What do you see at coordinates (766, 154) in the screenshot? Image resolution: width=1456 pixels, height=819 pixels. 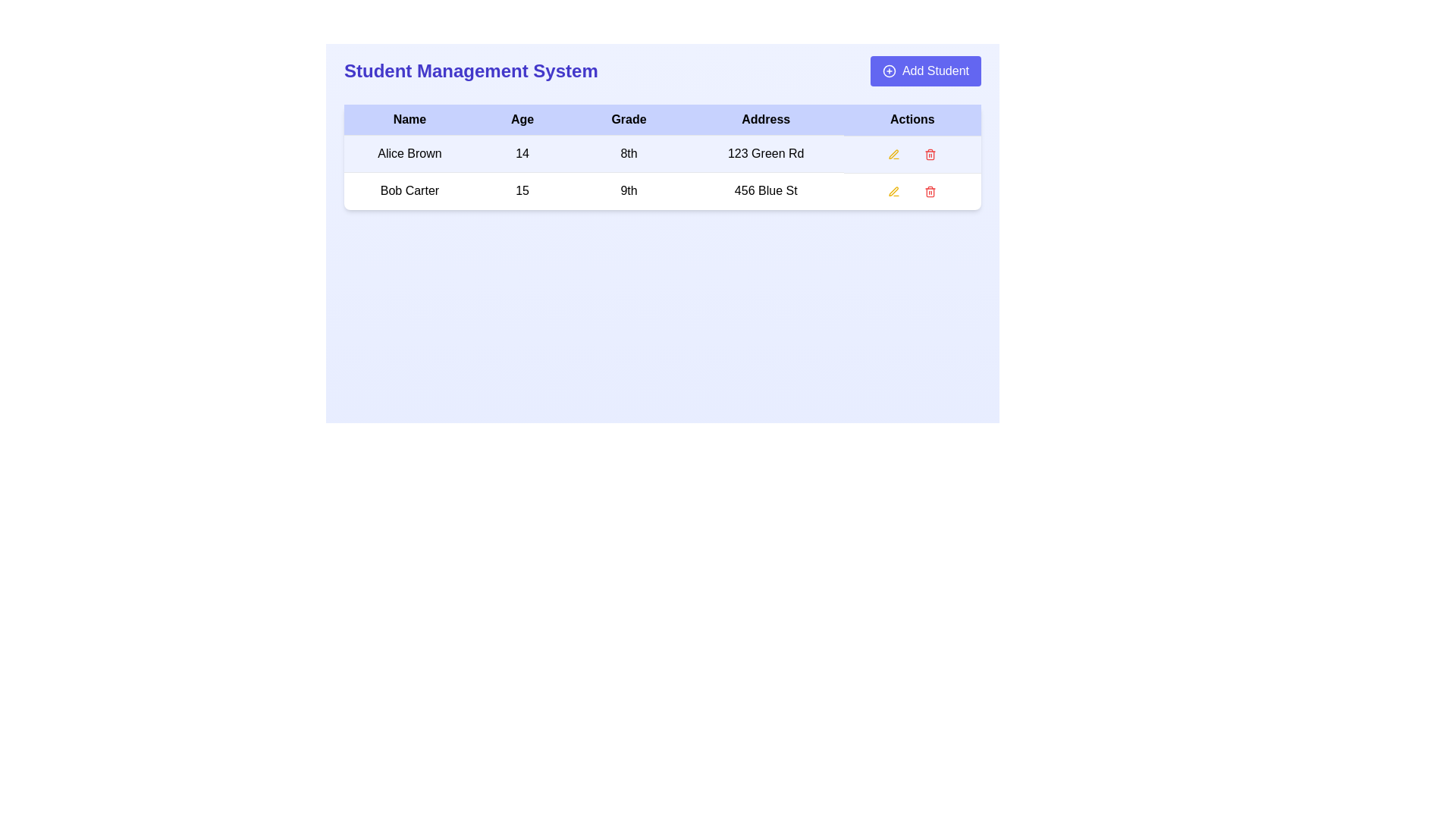 I see `the text label displaying '123 Green Rd' in the 'Address' column of the first row in the data table` at bounding box center [766, 154].